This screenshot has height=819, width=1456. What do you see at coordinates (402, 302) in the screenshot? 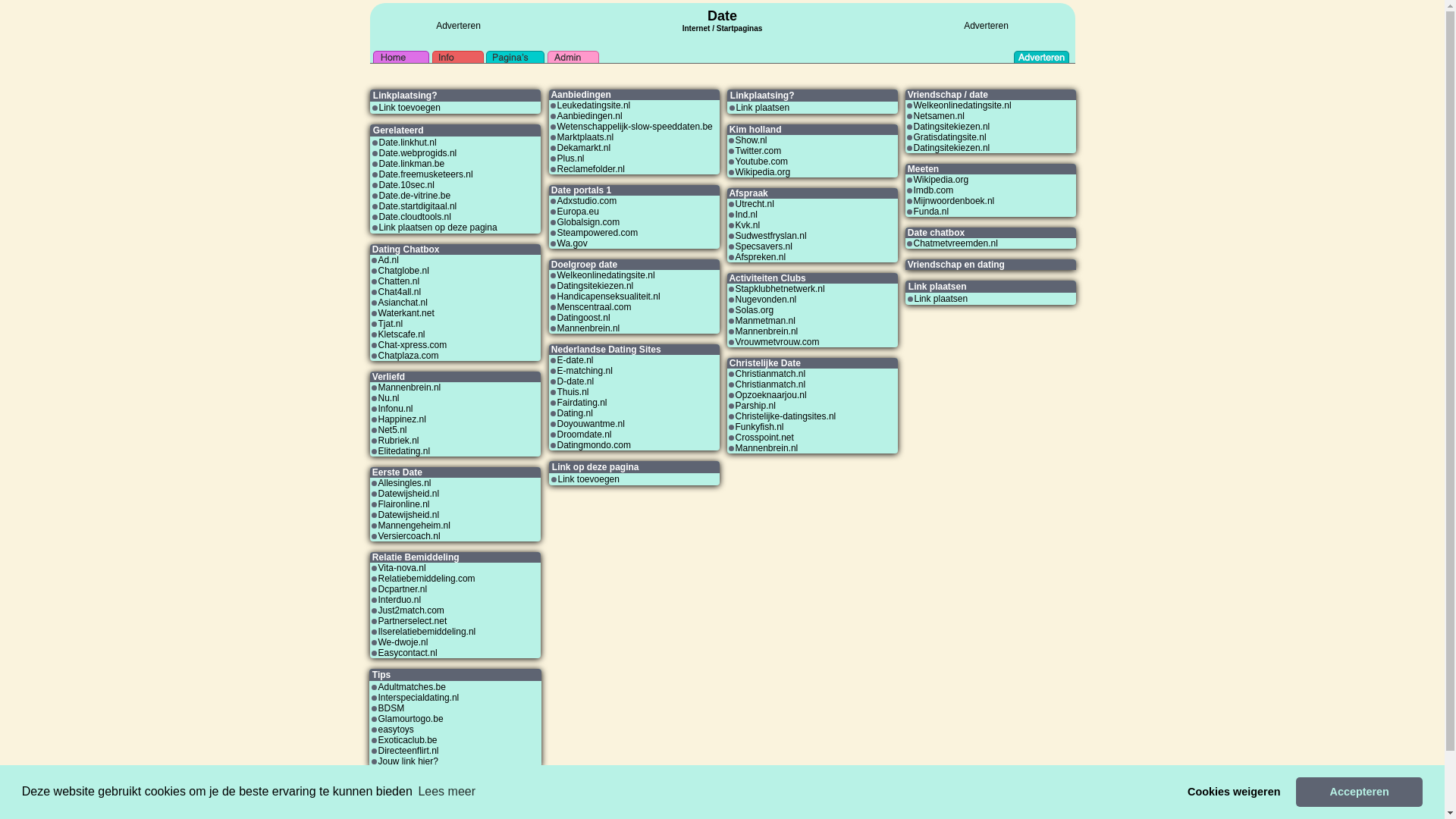
I see `'Asianchat.nl'` at bounding box center [402, 302].